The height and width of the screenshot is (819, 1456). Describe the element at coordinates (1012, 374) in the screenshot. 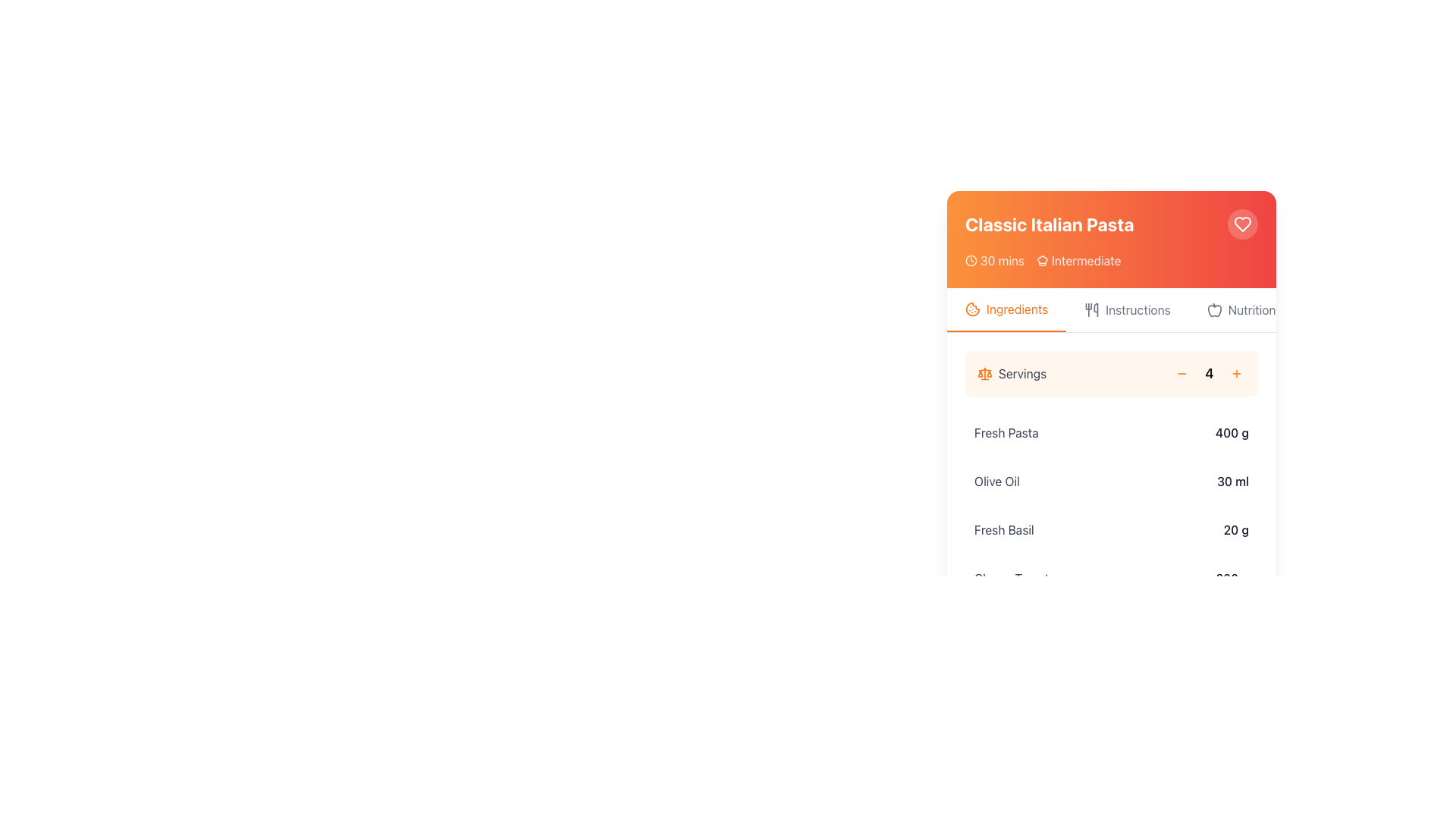

I see `the 'Servings' label with the orange scale icon` at that location.